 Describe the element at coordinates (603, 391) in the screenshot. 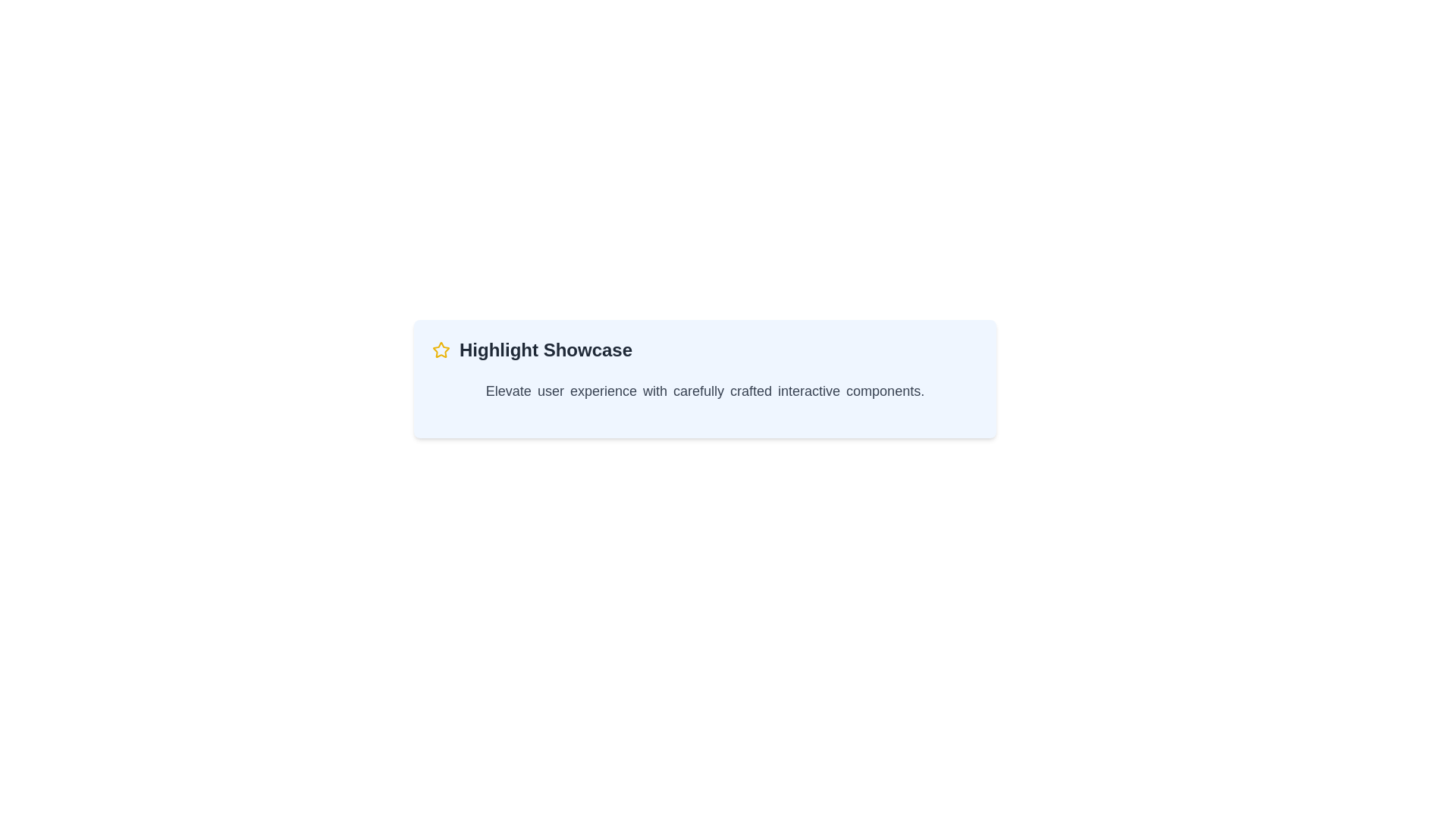

I see `the static text element positioned between the words 'user' and 'with' in the sentence 'Elevate user experience with carefully crafted interactive components.'` at that location.